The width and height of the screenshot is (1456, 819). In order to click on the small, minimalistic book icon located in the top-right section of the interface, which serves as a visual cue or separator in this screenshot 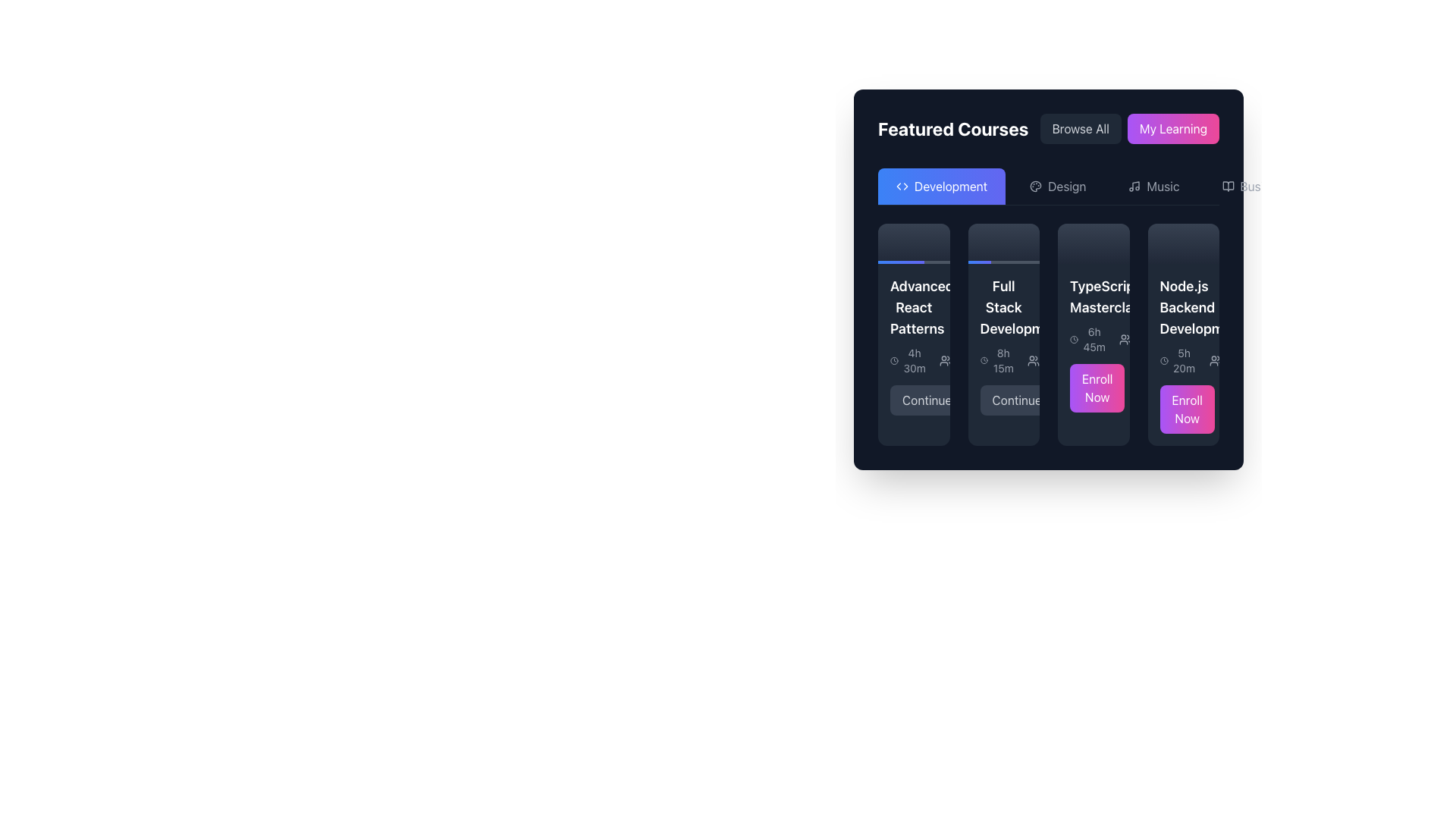, I will do `click(1228, 186)`.